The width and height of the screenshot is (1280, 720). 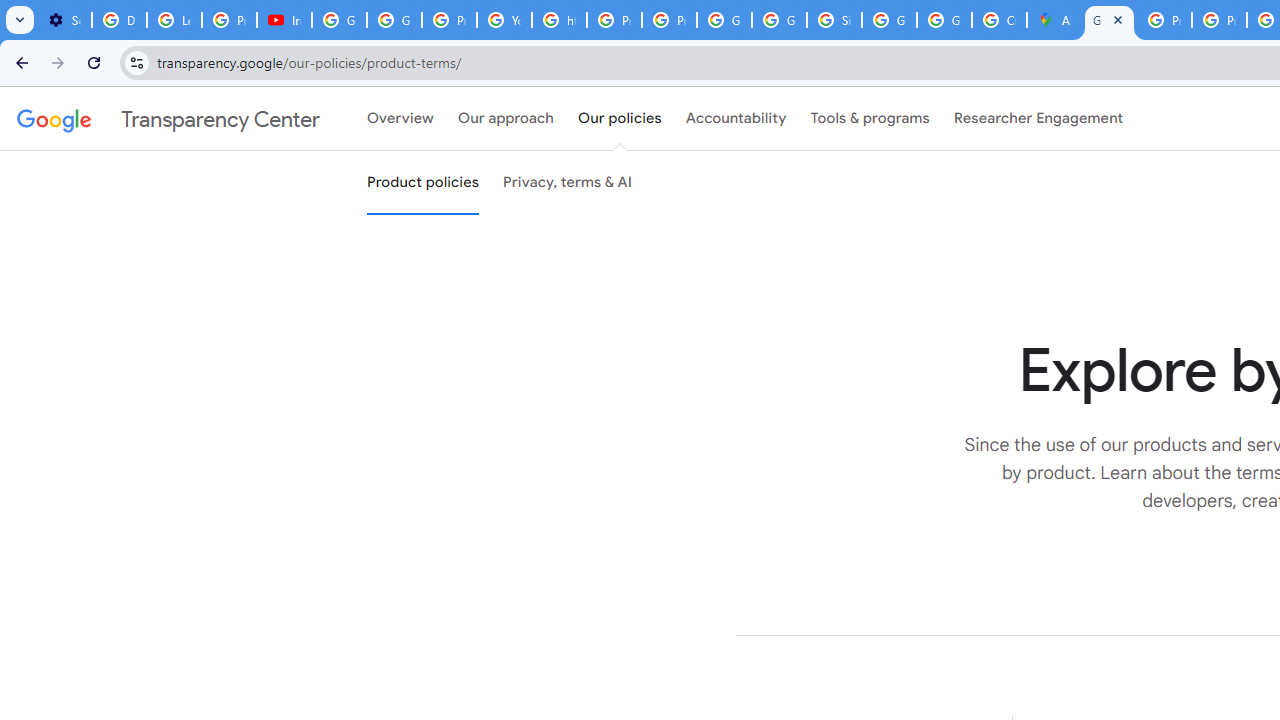 What do you see at coordinates (619, 119) in the screenshot?
I see `'Our policies'` at bounding box center [619, 119].